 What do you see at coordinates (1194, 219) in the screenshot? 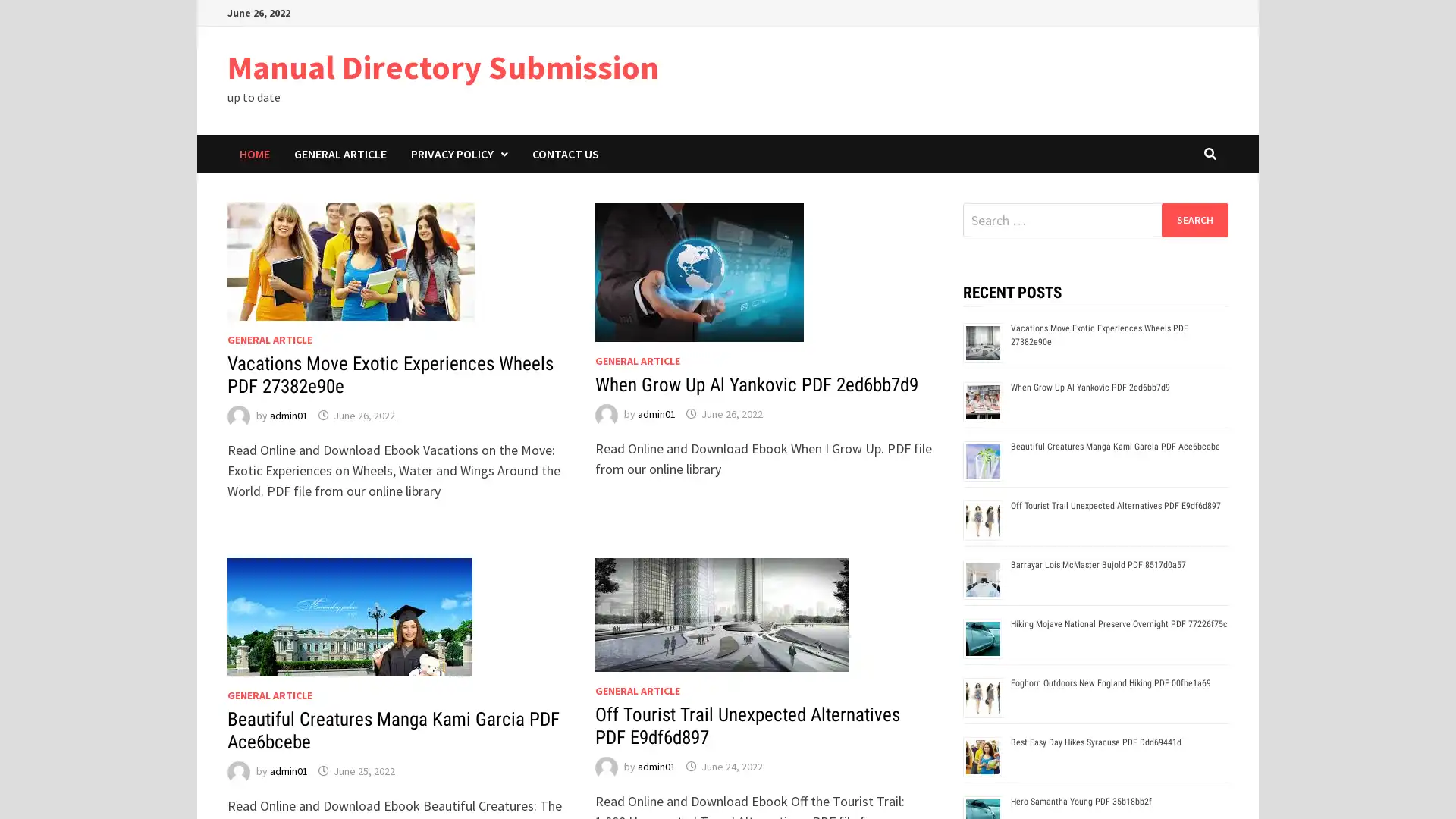
I see `Search` at bounding box center [1194, 219].